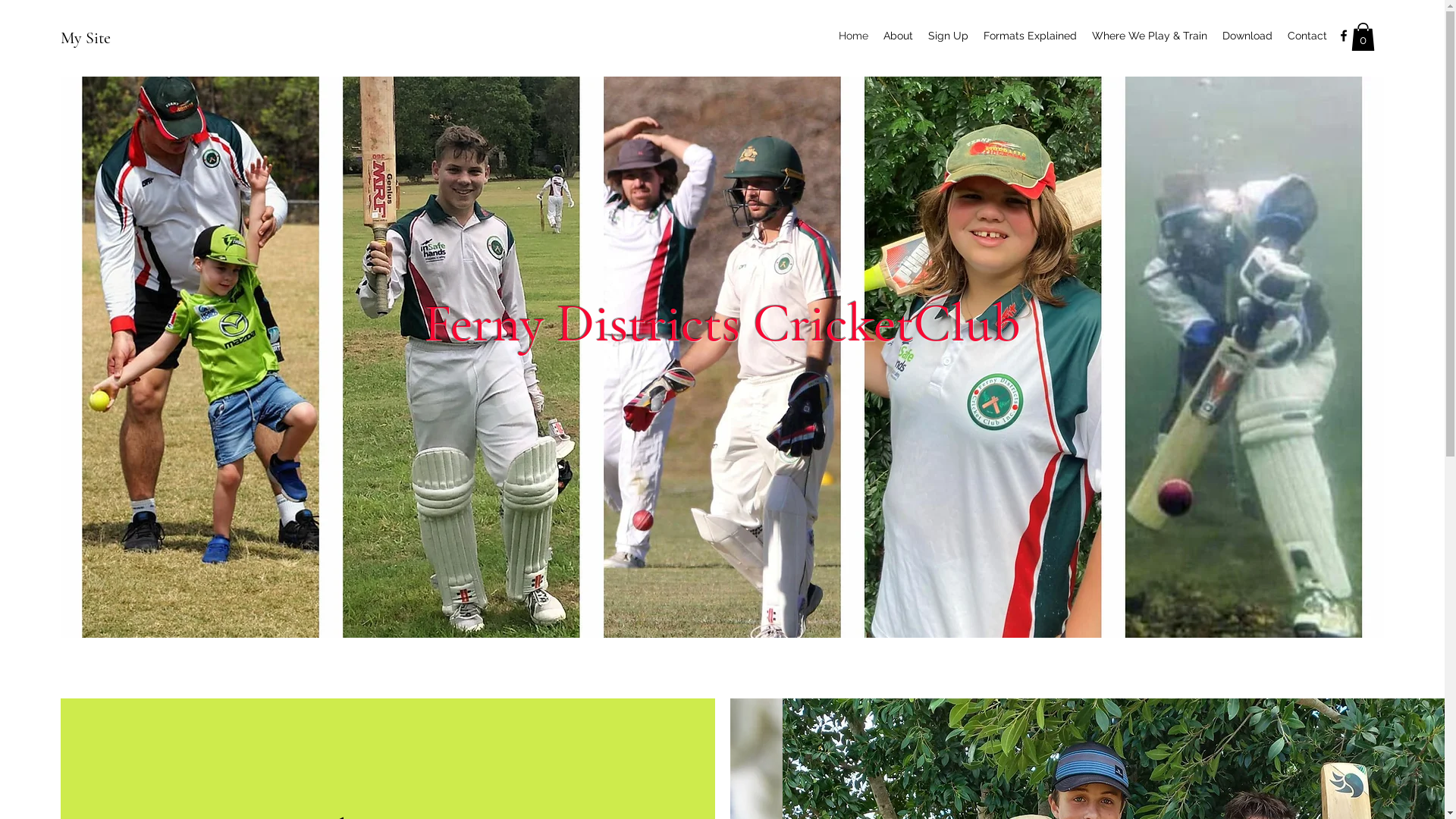 The image size is (1456, 819). I want to click on 'Contact', so click(1306, 34).